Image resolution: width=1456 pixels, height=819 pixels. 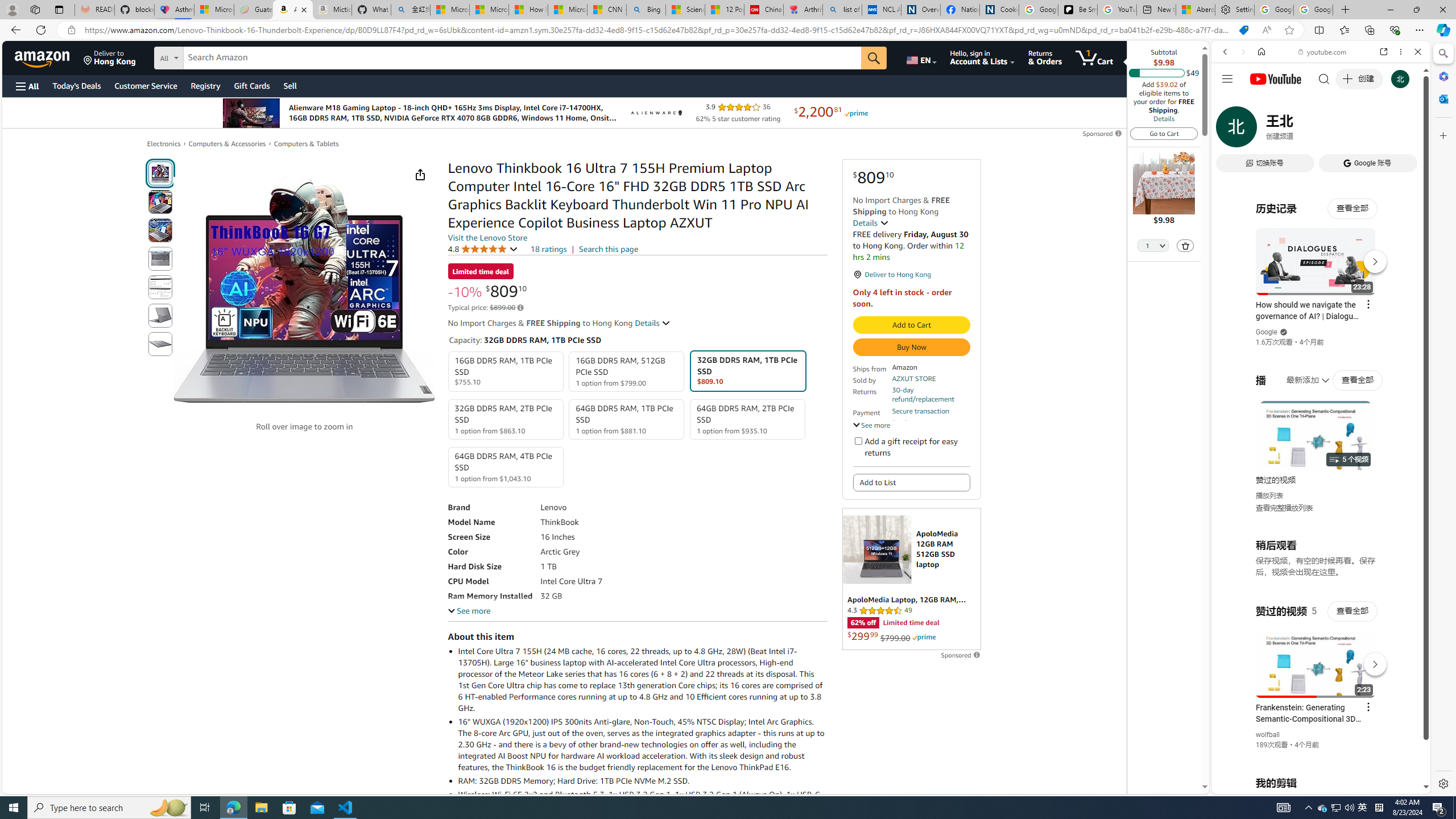 I want to click on 'Search this page', so click(x=608, y=248).